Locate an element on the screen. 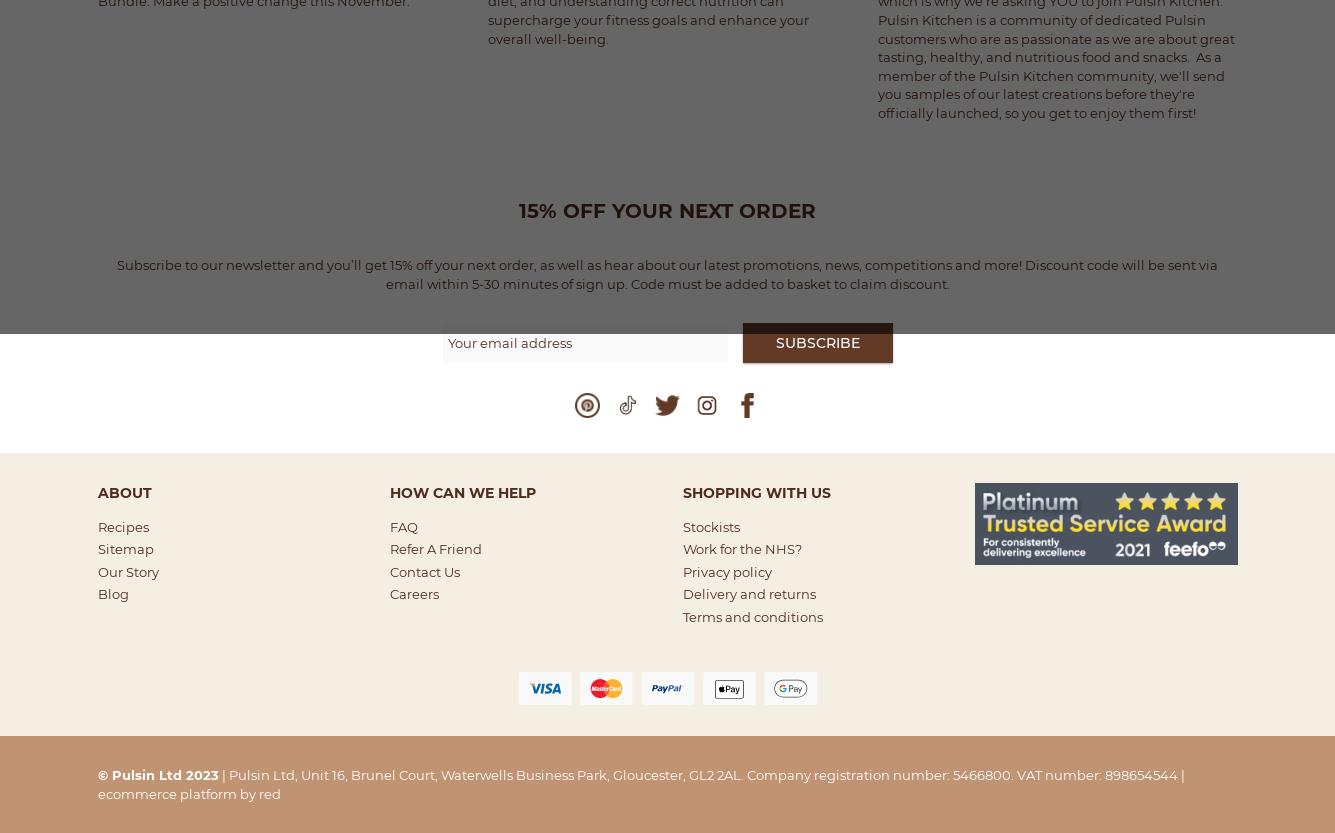 This screenshot has width=1335, height=833. 'Work for the NHS?' is located at coordinates (740, 548).